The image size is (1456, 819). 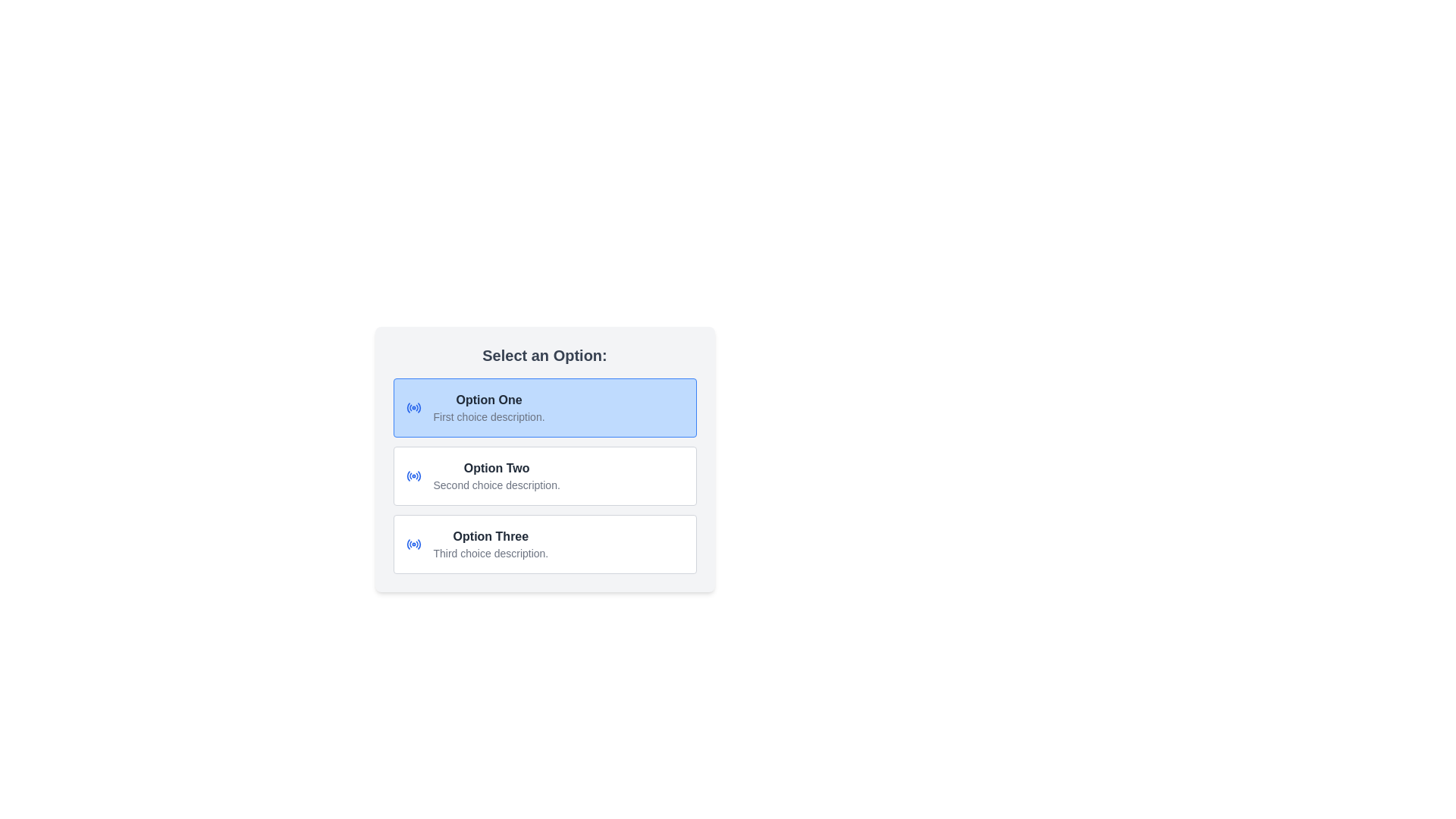 What do you see at coordinates (489, 400) in the screenshot?
I see `the header text label that identifies the first option group, which is positioned above its description in the application interface` at bounding box center [489, 400].